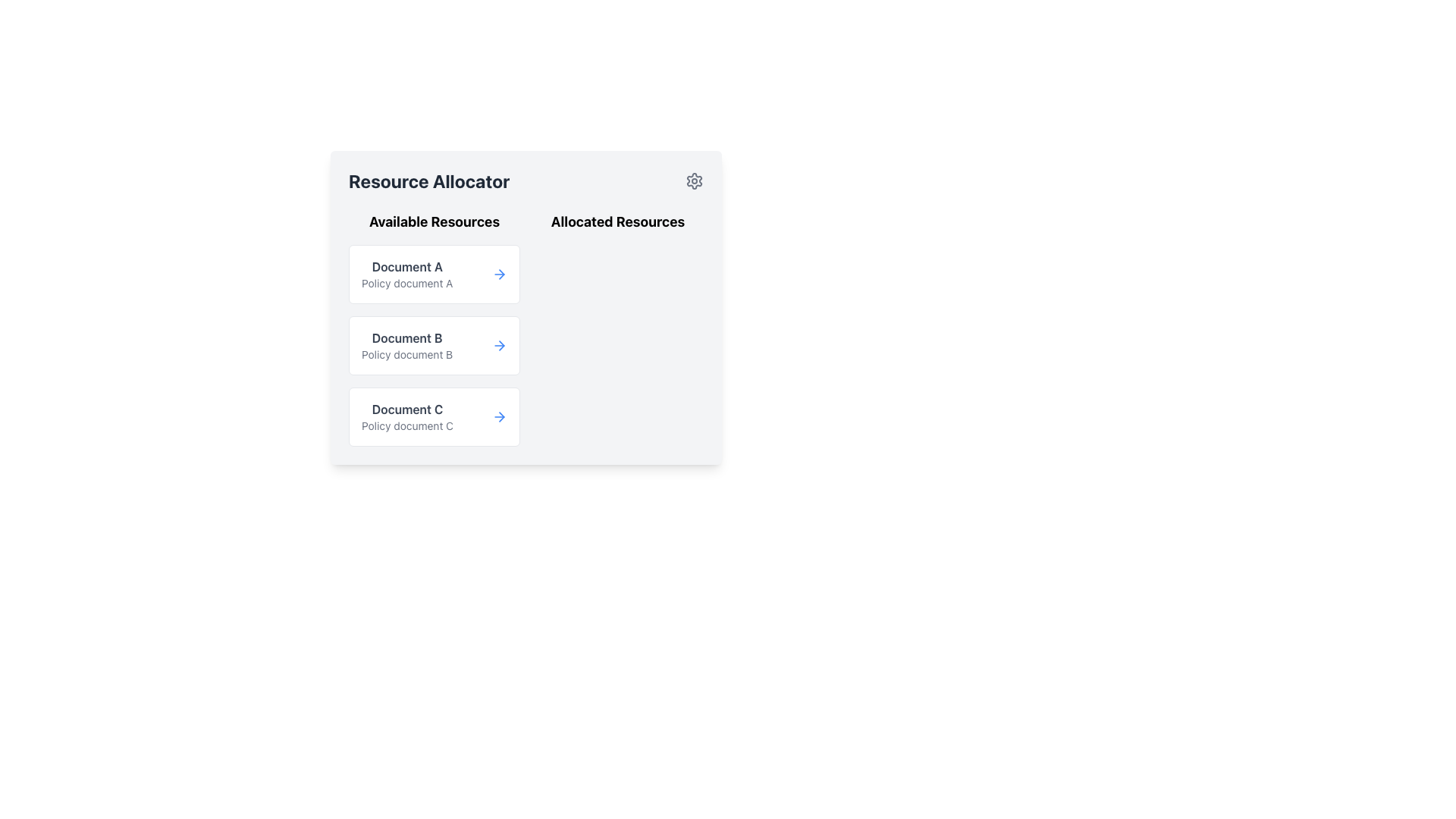 The width and height of the screenshot is (1456, 819). I want to click on the second item in the 'Available Resources' group, which contains a bold title in dark gray, a smaller description in light gray, and a blue arrow icon on the right side, so click(433, 345).